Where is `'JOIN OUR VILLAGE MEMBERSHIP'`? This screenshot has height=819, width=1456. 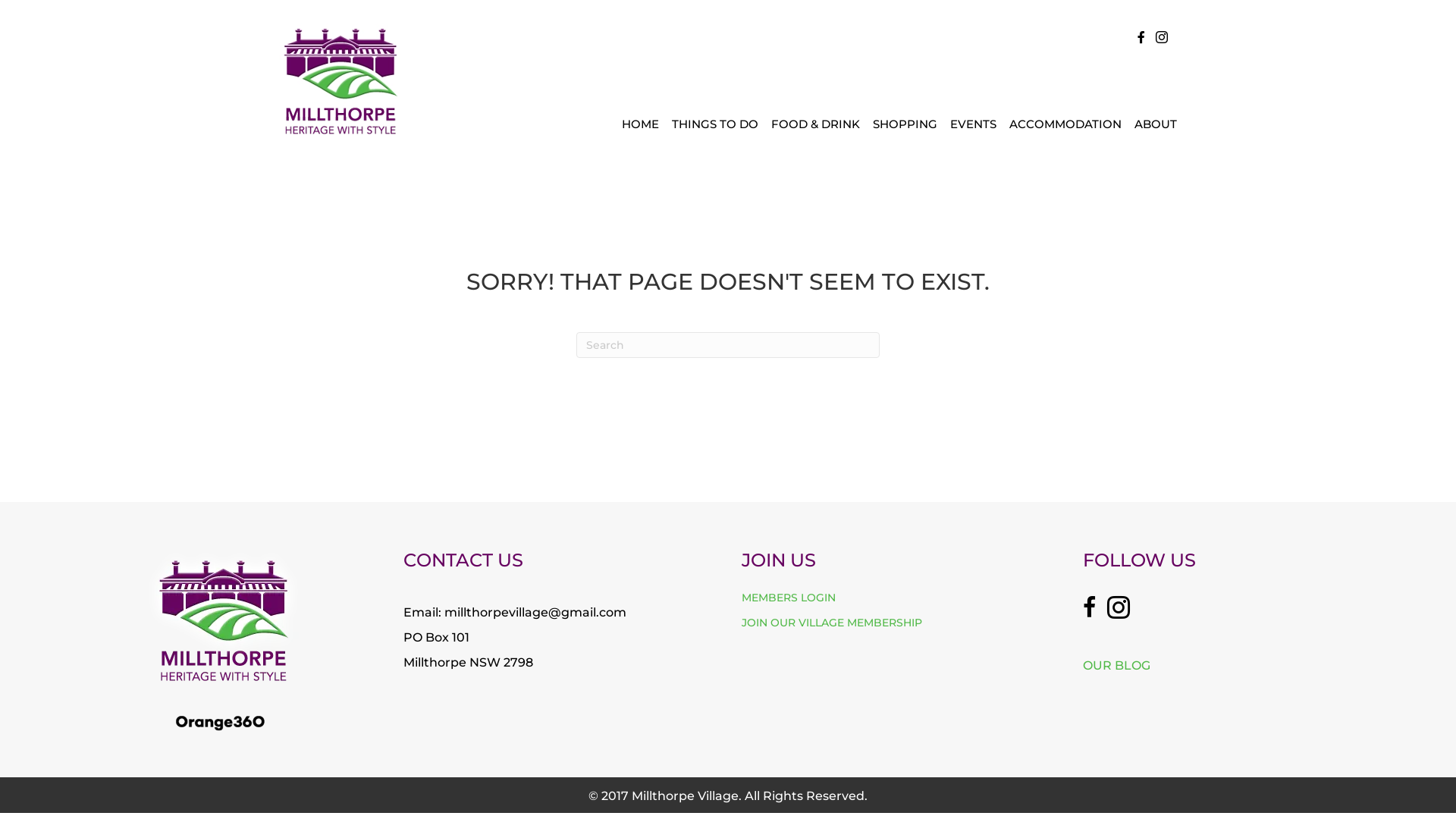
'JOIN OUR VILLAGE MEMBERSHIP' is located at coordinates (831, 623).